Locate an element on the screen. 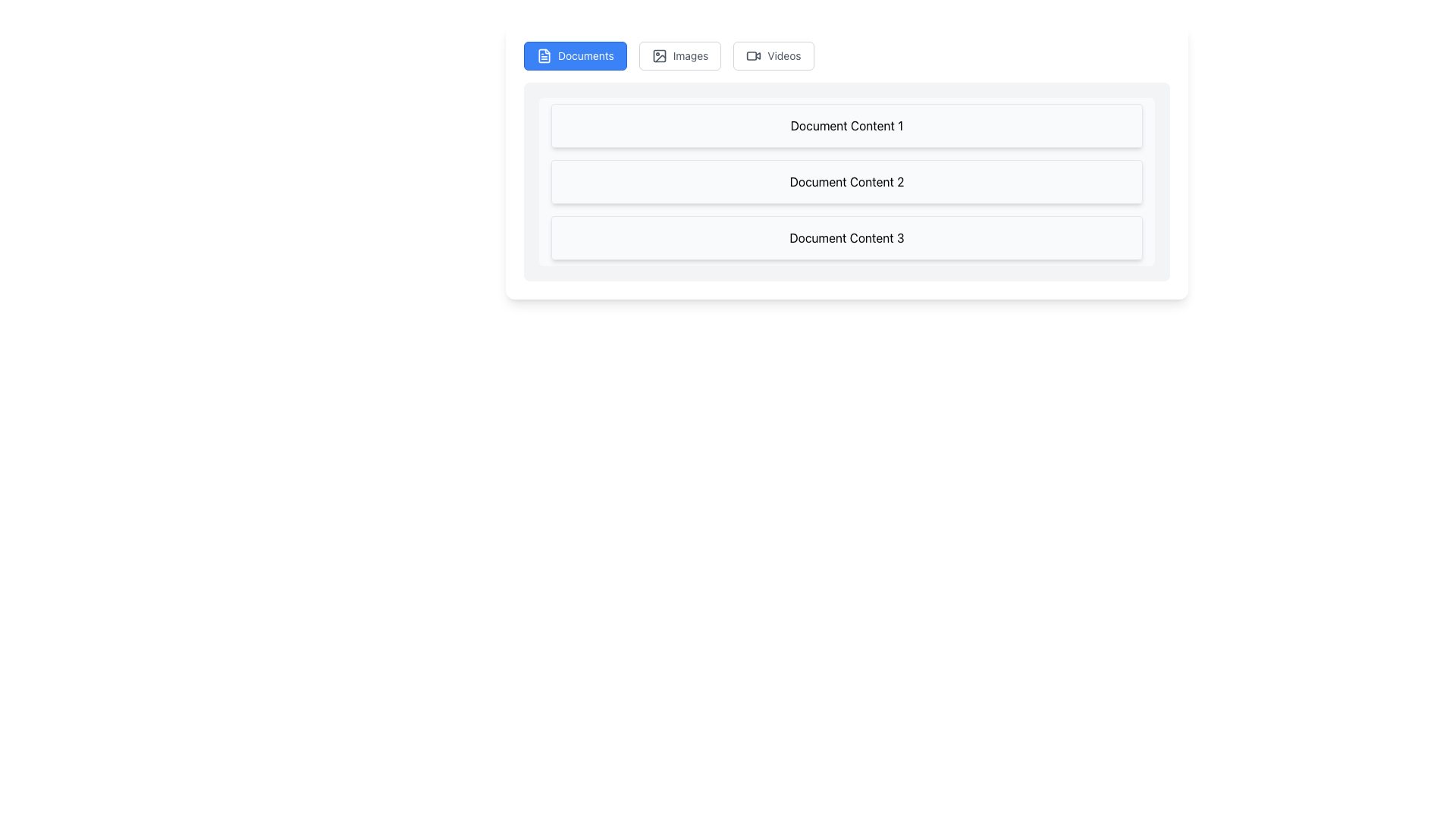  the 'Images' text label within the toolbar is located at coordinates (690, 55).